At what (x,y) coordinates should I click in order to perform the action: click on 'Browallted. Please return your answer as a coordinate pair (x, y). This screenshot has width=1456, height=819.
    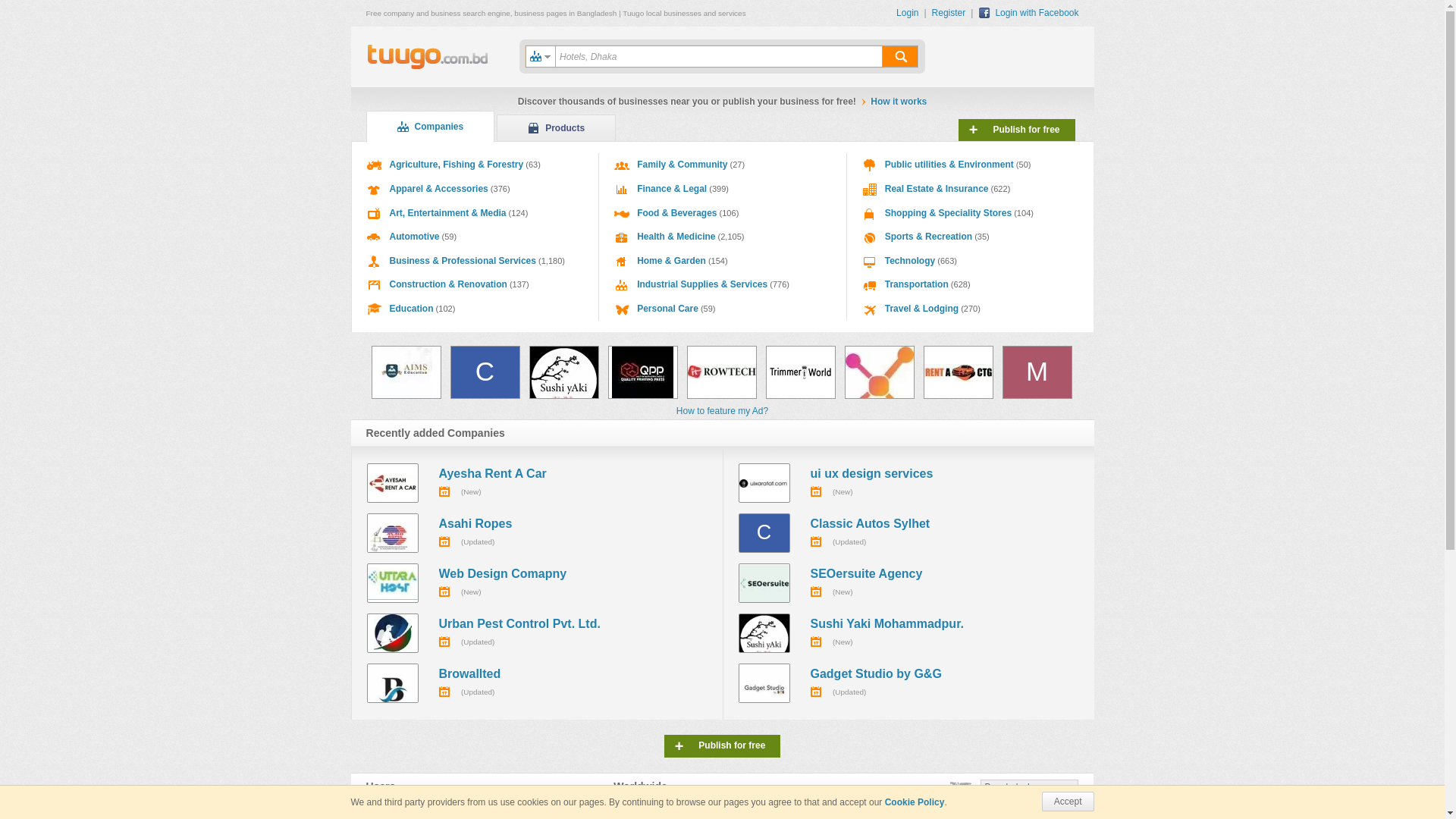
    Looking at the image, I should click on (537, 683).